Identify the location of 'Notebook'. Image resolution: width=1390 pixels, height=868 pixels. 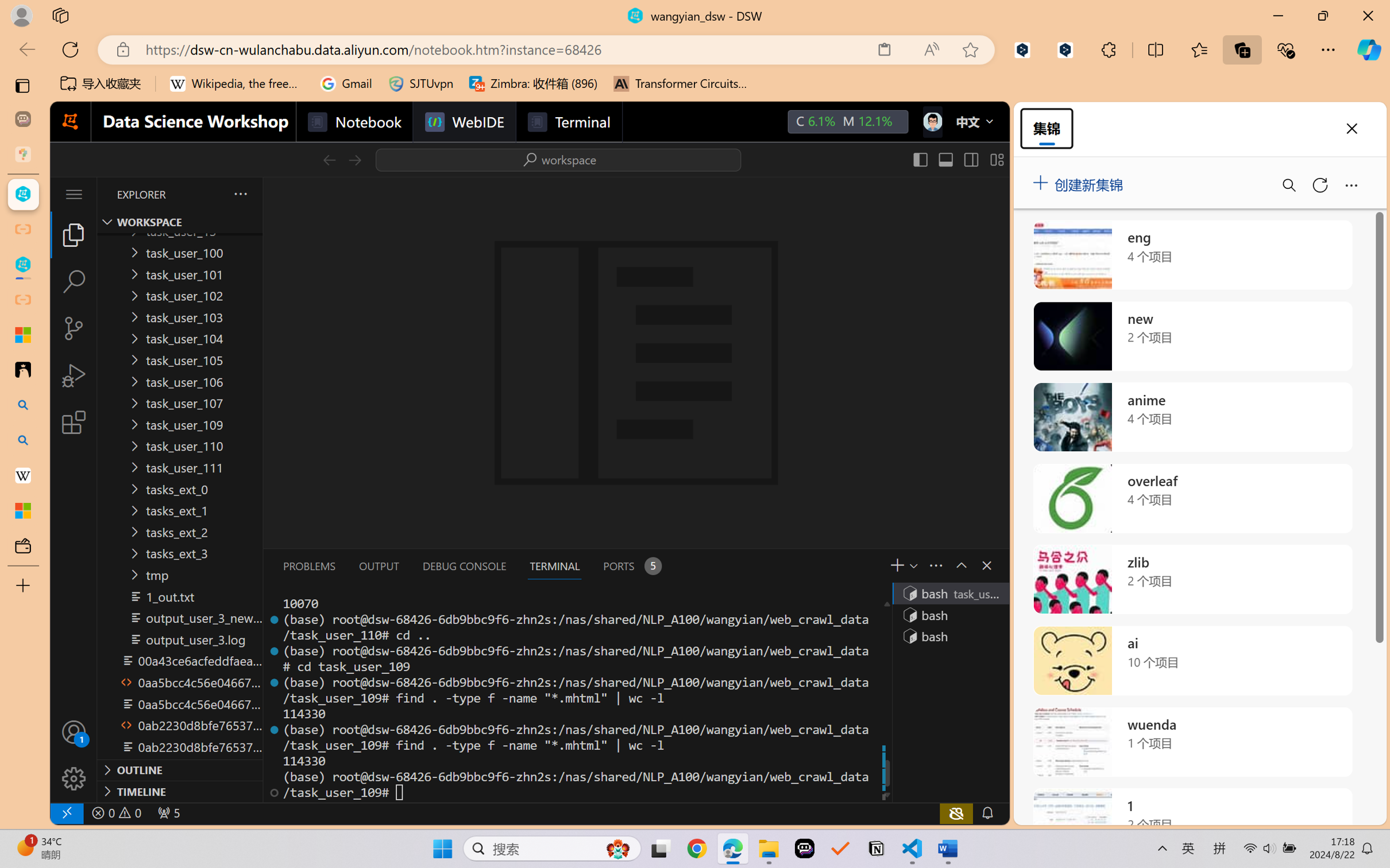
(353, 121).